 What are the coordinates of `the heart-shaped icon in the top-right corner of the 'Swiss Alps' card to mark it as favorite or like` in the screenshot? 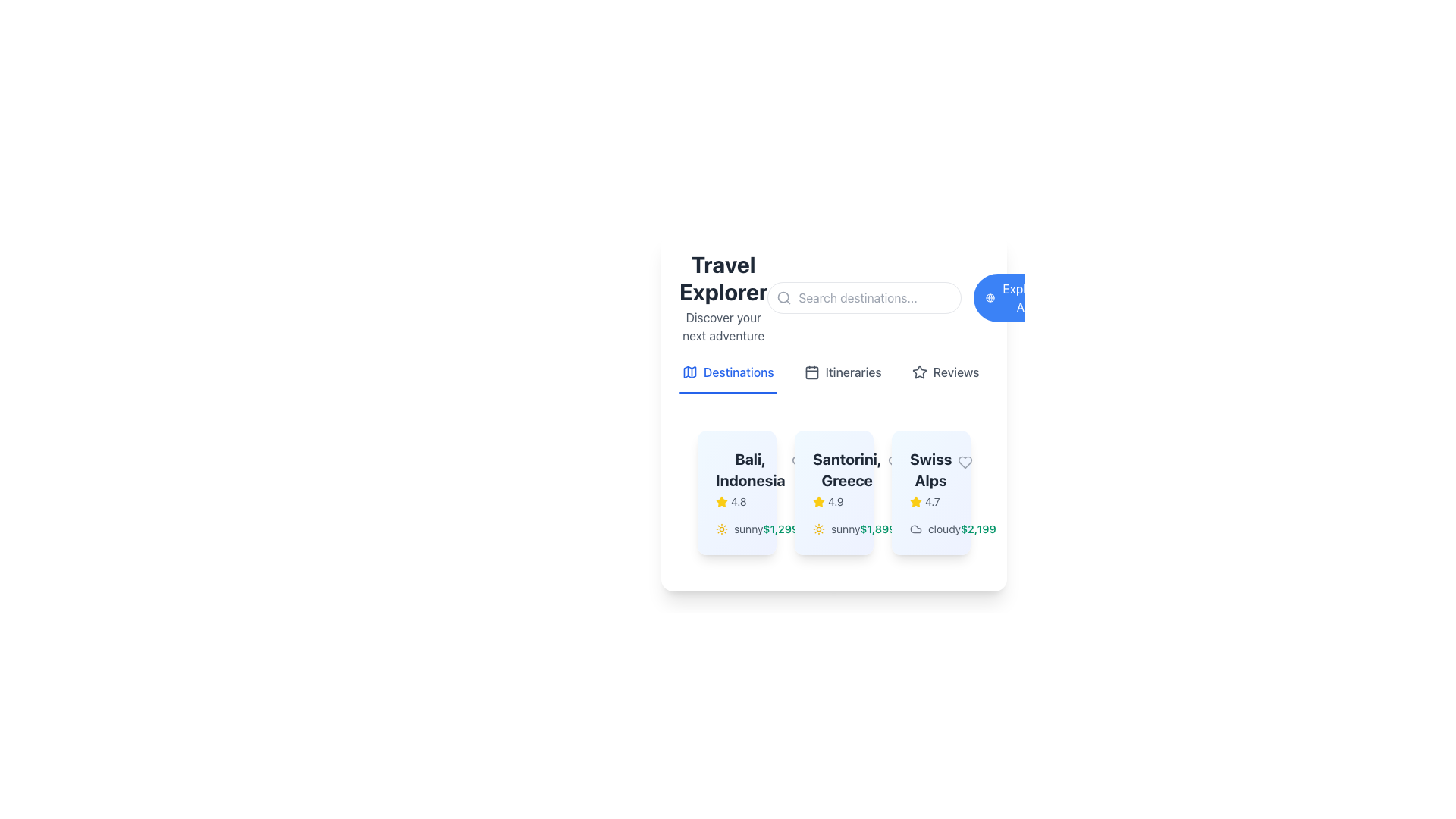 It's located at (965, 461).